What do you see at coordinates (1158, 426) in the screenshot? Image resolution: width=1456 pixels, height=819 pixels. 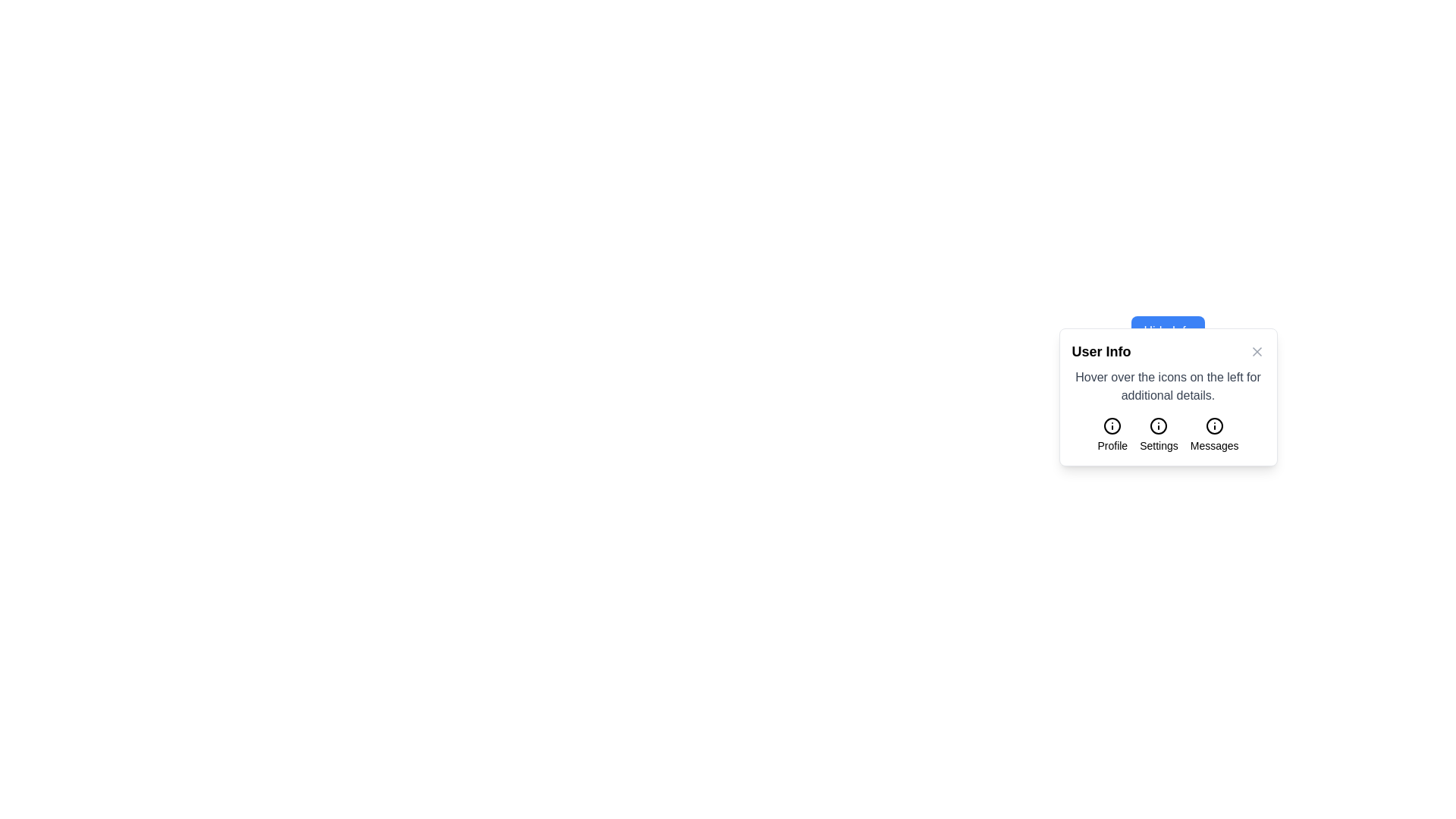 I see `the visual emphasis of the SVG Circle that indicates an information feature, located below the 'Settings' text in the icon group` at bounding box center [1158, 426].